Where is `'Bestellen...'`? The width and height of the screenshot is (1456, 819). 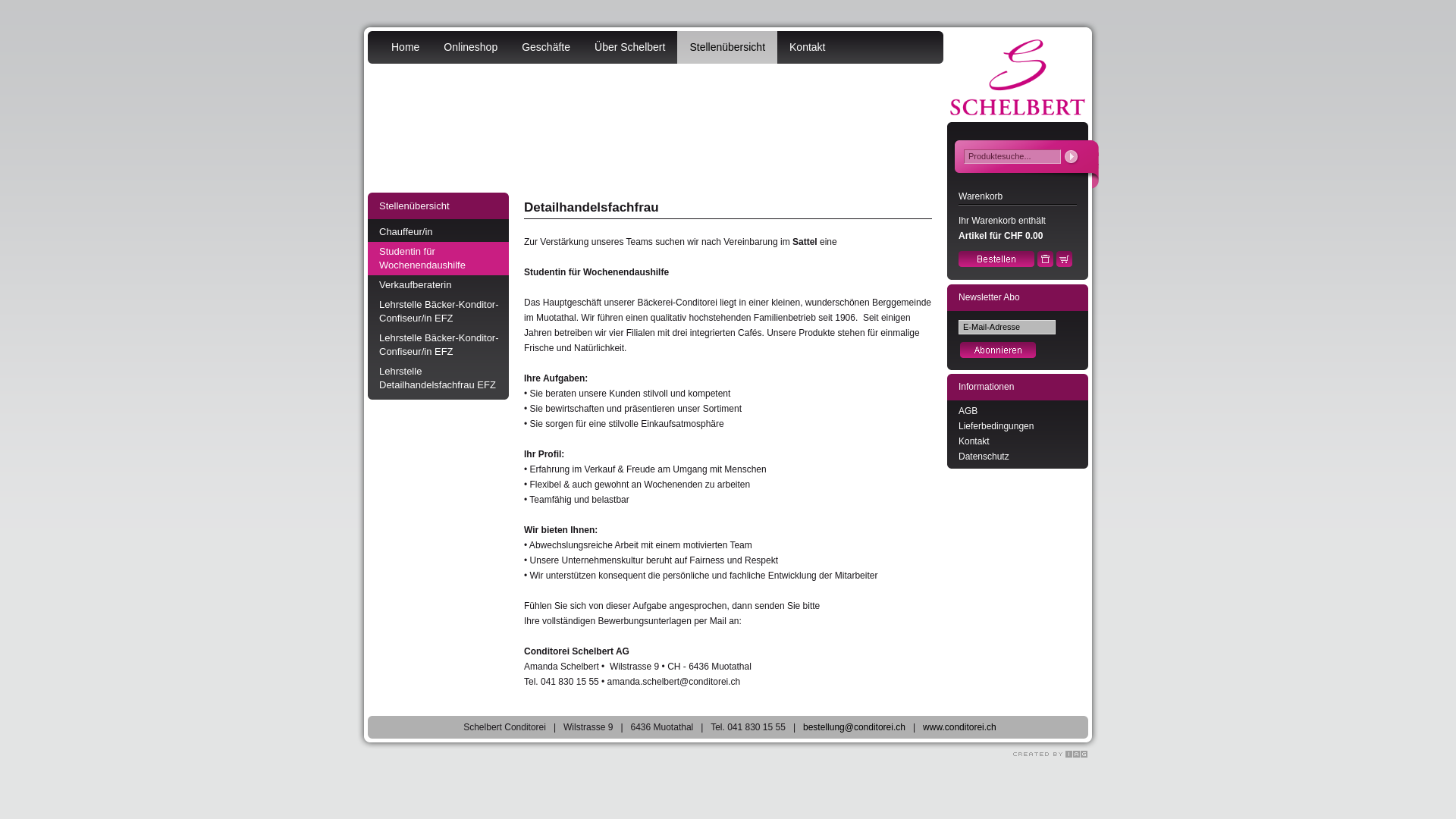
'Bestellen...' is located at coordinates (996, 262).